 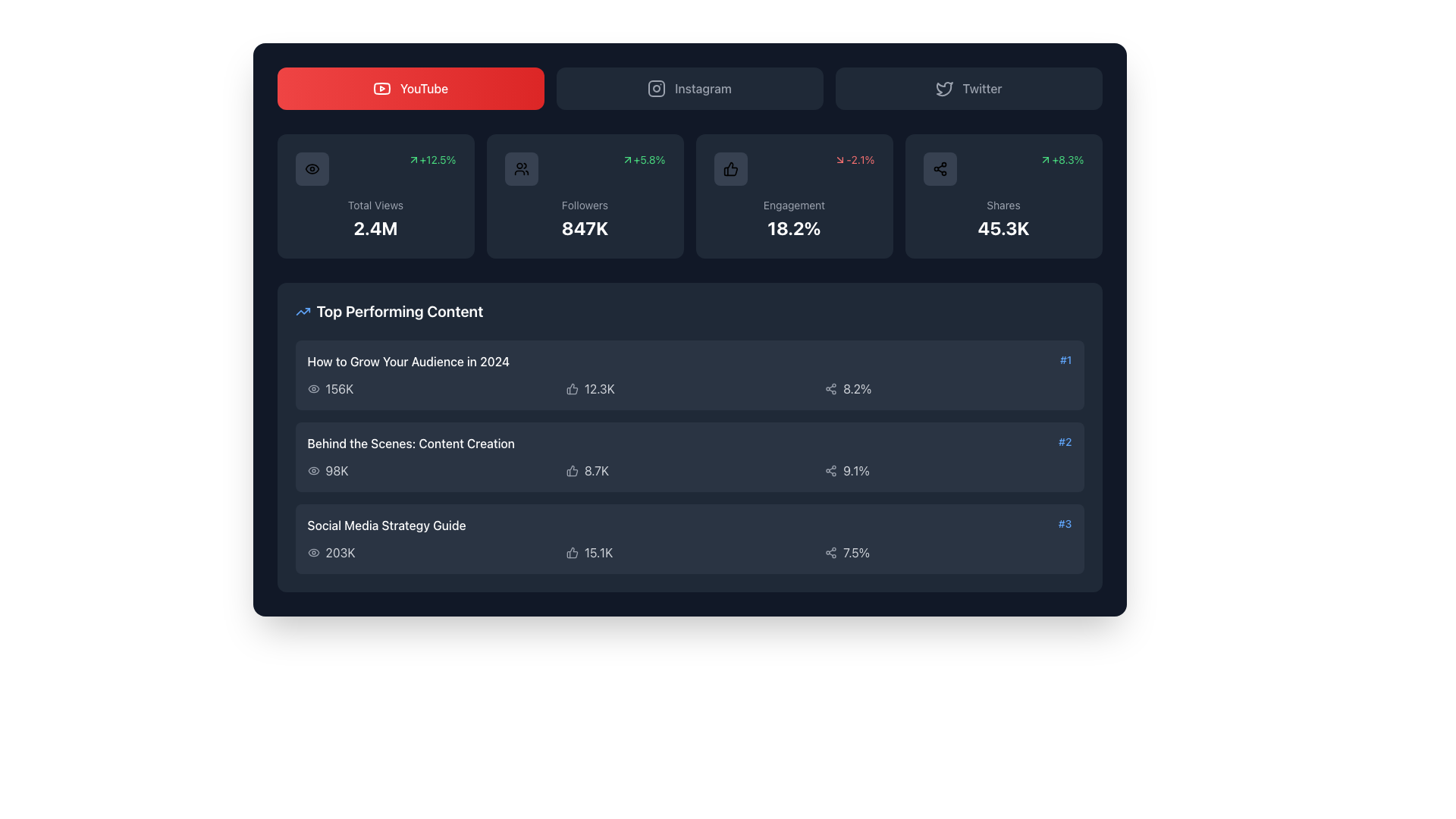 What do you see at coordinates (1065, 359) in the screenshot?
I see `or read the blue text label located at the top right of the list item titled 'How to Grow Your Audience in 2024'` at bounding box center [1065, 359].